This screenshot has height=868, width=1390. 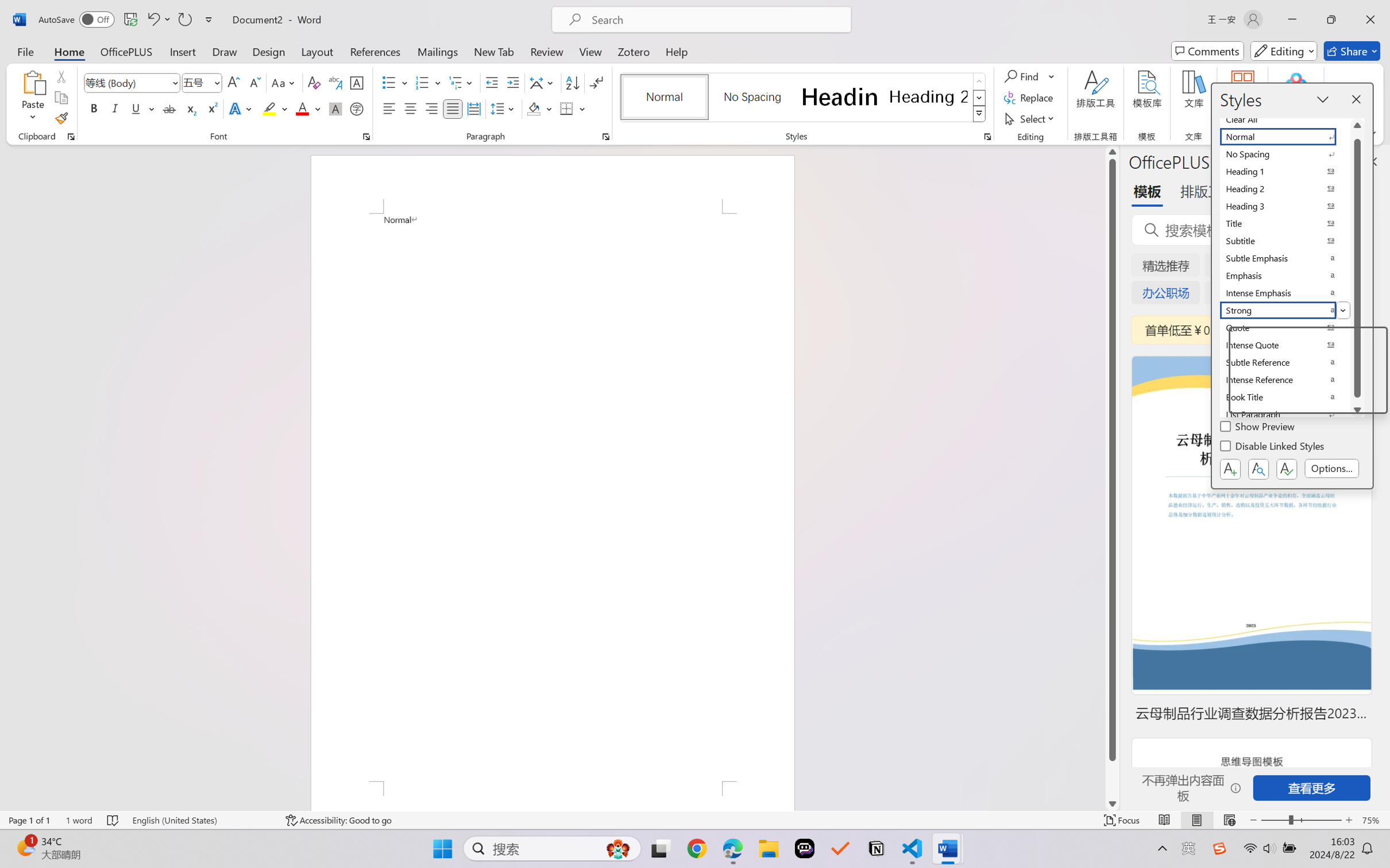 What do you see at coordinates (590, 51) in the screenshot?
I see `'View'` at bounding box center [590, 51].